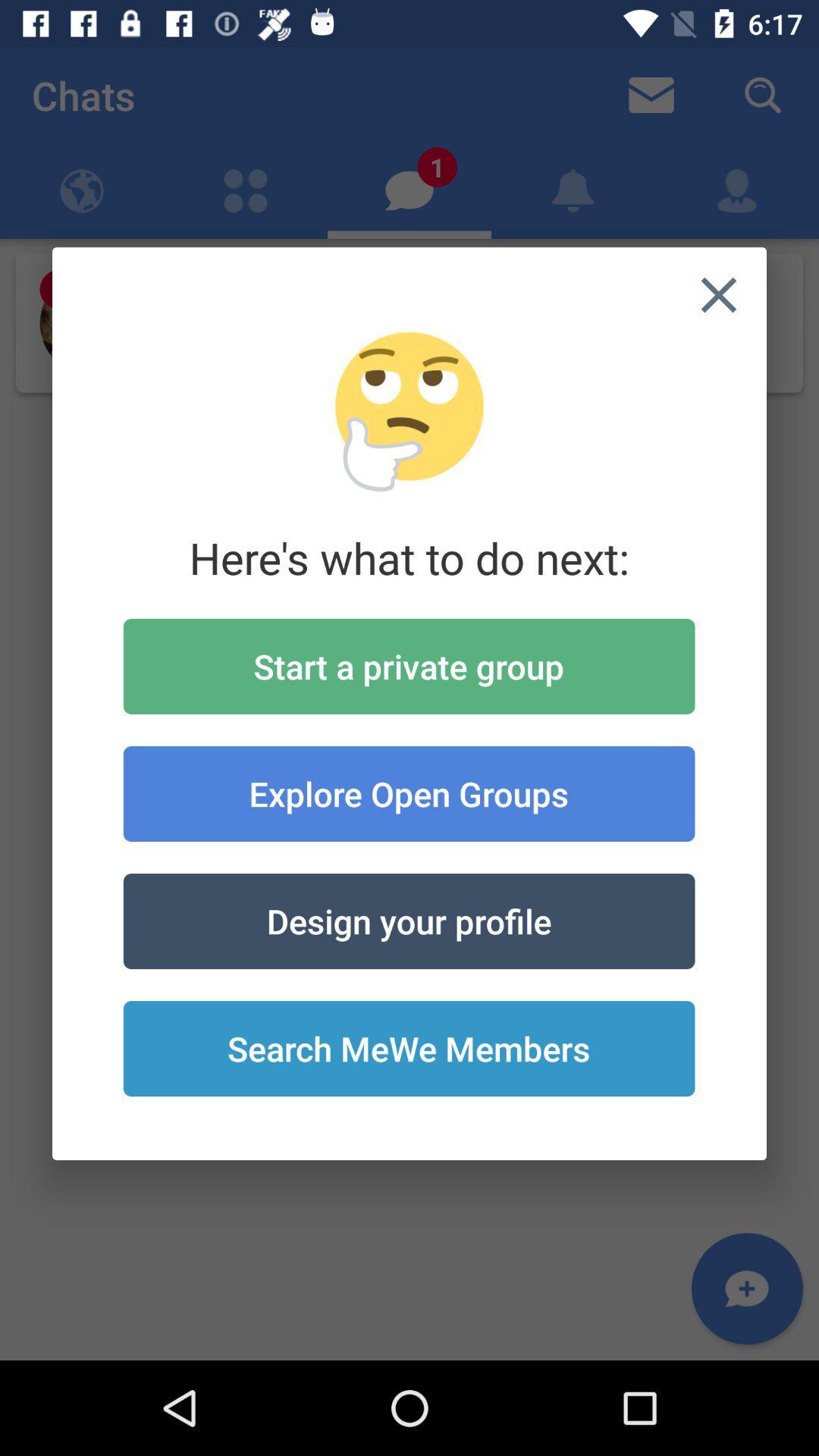 This screenshot has width=819, height=1456. I want to click on item above the start a private icon, so click(718, 295).